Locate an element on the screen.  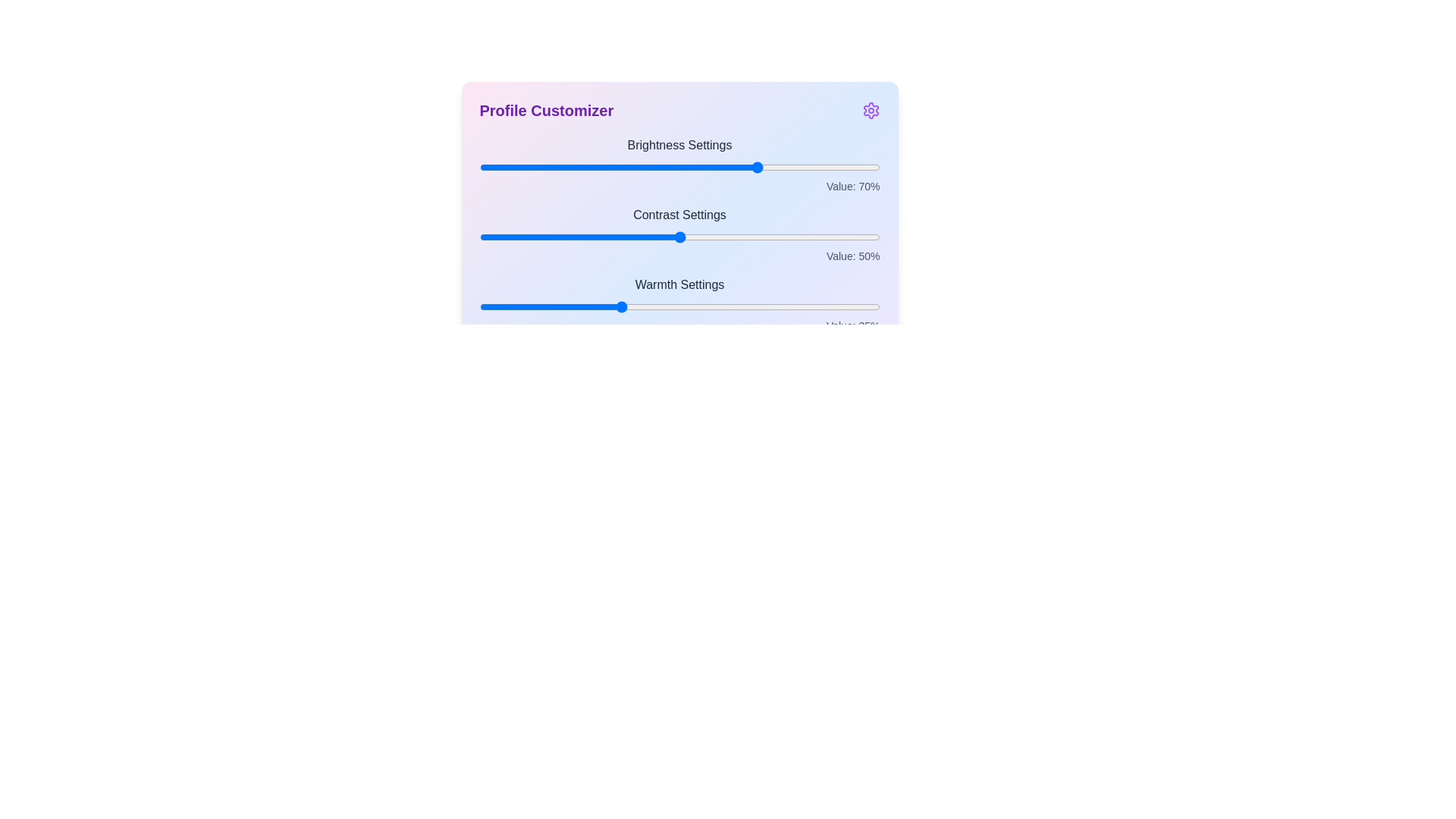
the slider for 1 to a value of 88 is located at coordinates (831, 237).